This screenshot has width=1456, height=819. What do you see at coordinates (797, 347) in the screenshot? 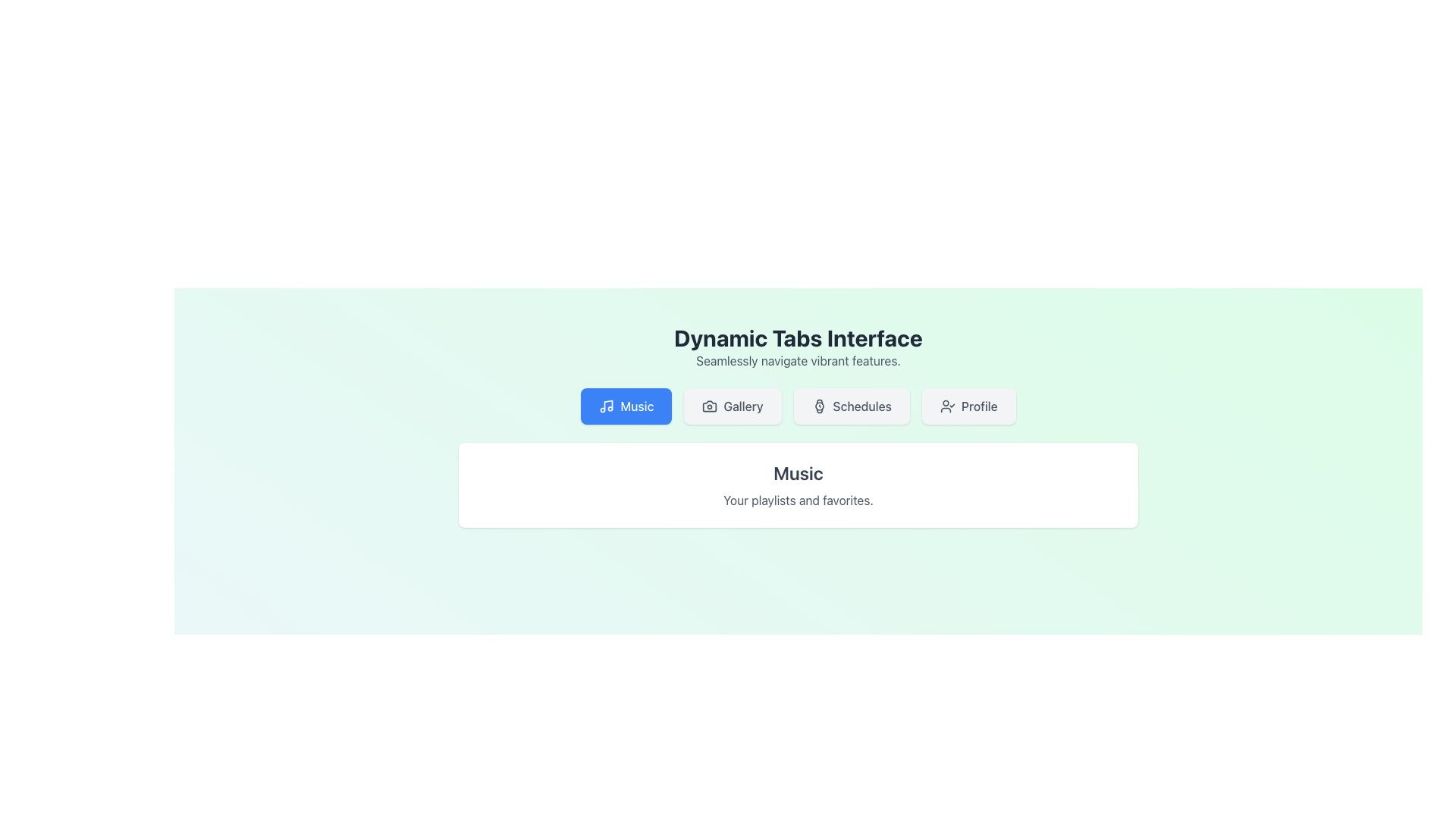
I see `heading text 'Dynamic Tabs Interface' and the subtitle 'Seamlessly navigate vibrant features' located at the top of the interface` at bounding box center [797, 347].